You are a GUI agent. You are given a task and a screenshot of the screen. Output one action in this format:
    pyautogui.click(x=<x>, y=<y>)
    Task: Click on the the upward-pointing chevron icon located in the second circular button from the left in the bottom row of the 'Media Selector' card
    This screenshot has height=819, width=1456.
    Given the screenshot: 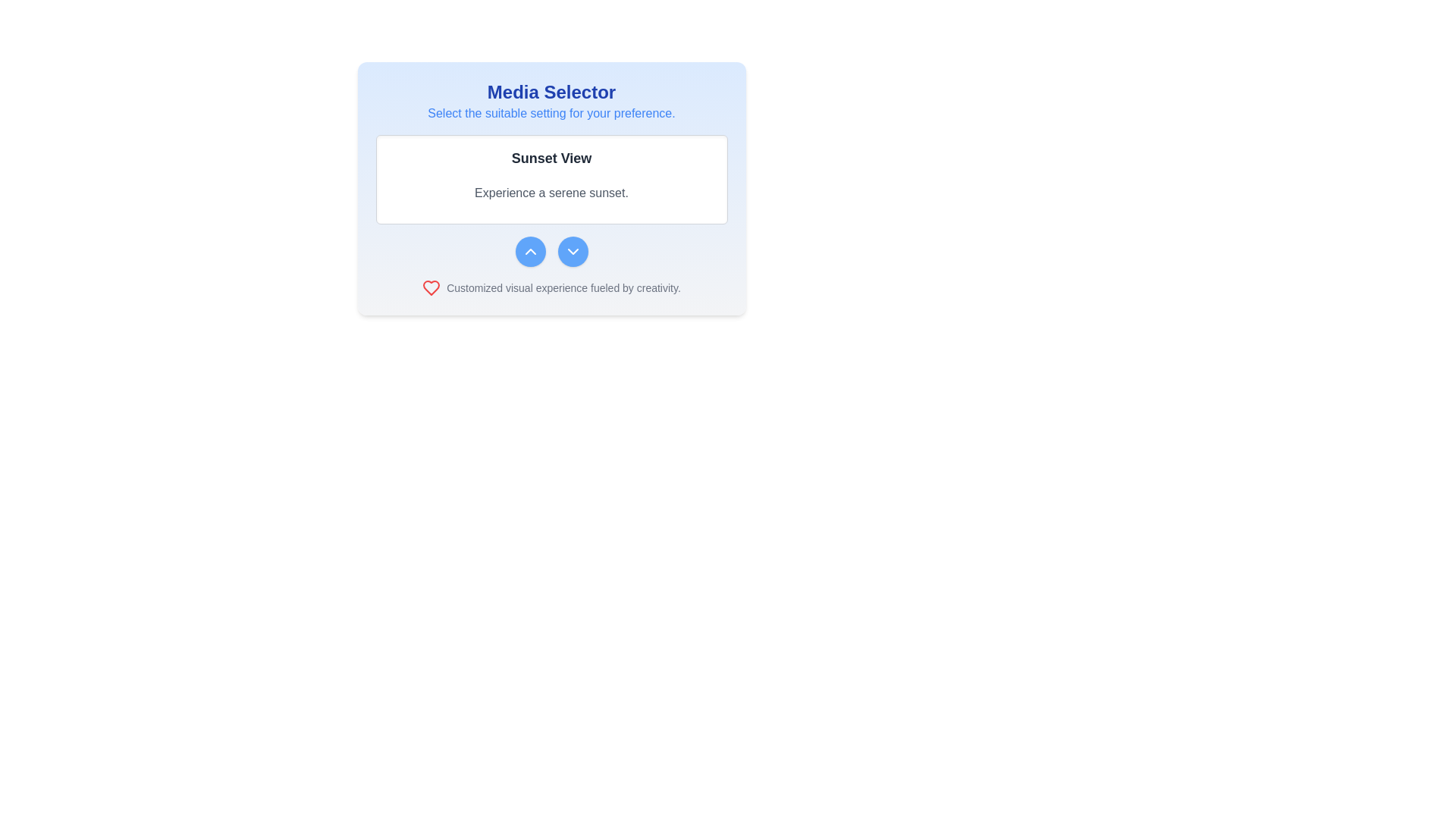 What is the action you would take?
    pyautogui.click(x=530, y=250)
    